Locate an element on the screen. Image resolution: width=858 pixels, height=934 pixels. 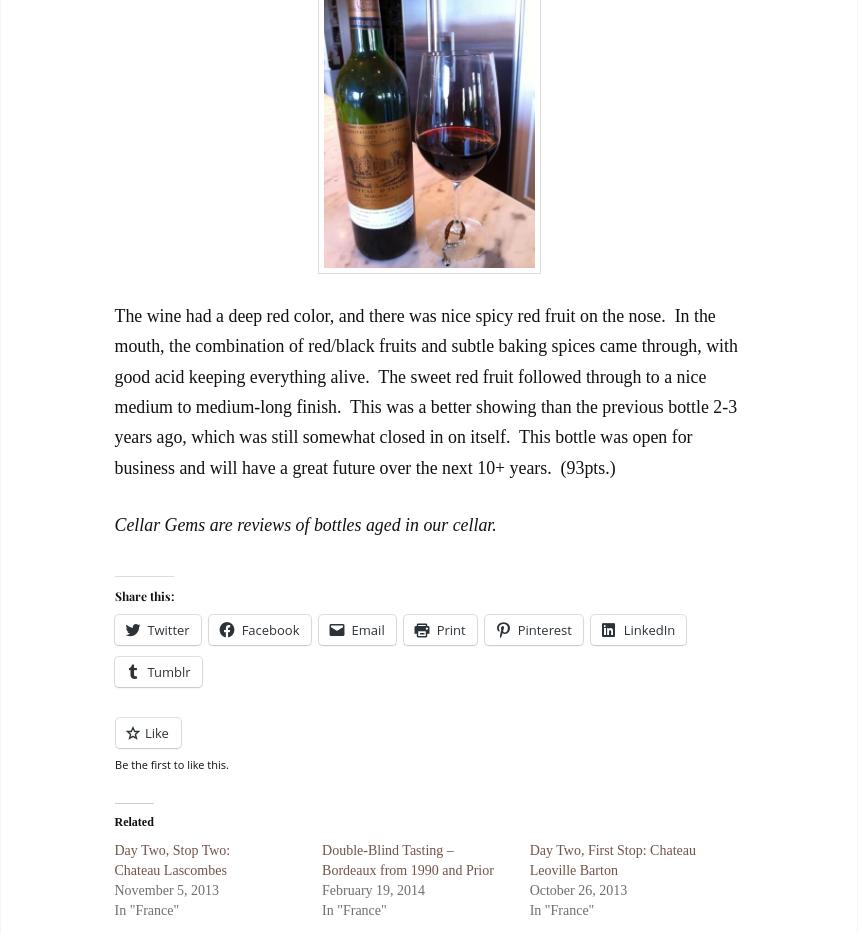
'Email' is located at coordinates (367, 629).